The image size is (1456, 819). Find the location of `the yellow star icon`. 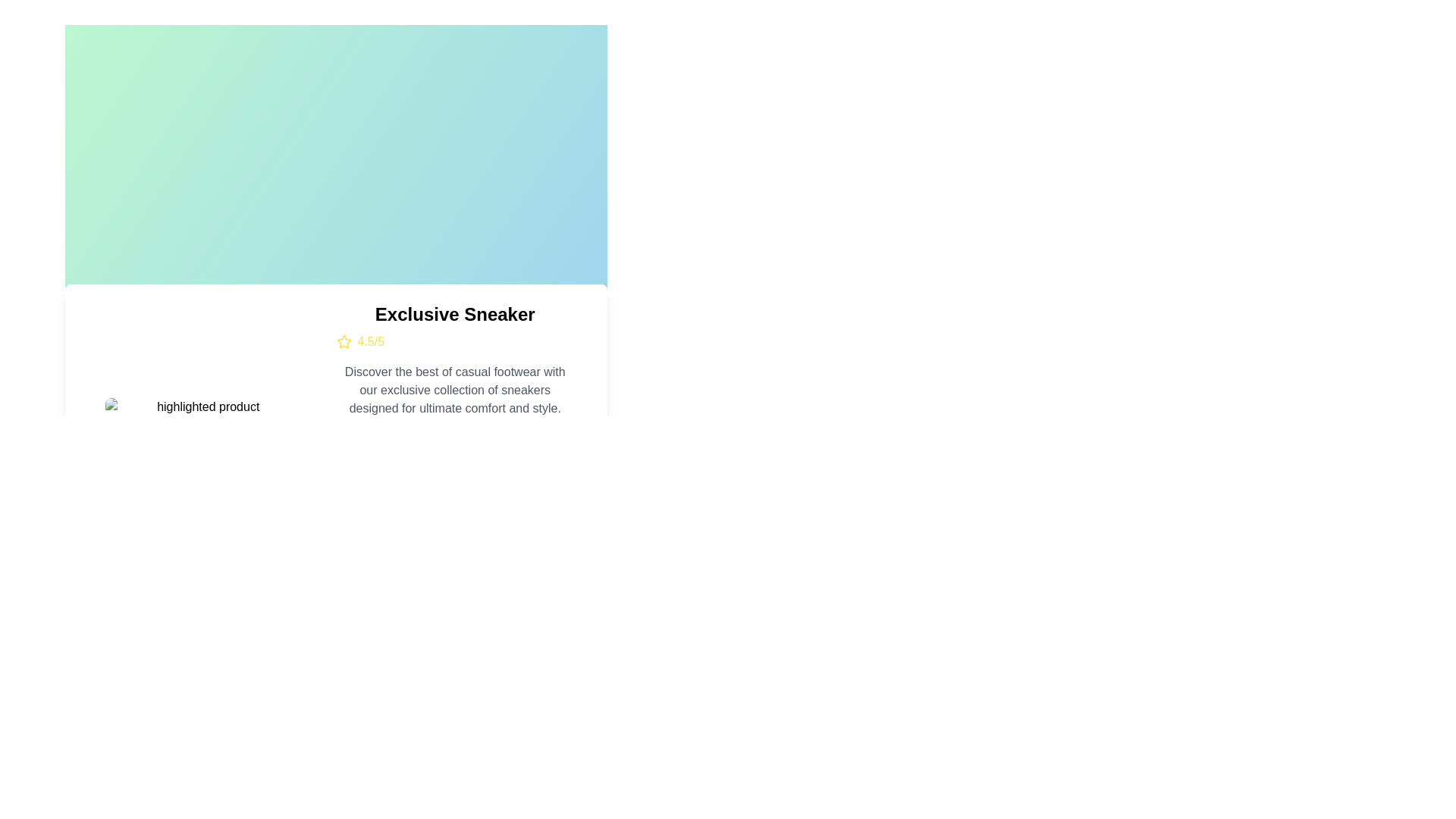

the yellow star icon is located at coordinates (342, 341).